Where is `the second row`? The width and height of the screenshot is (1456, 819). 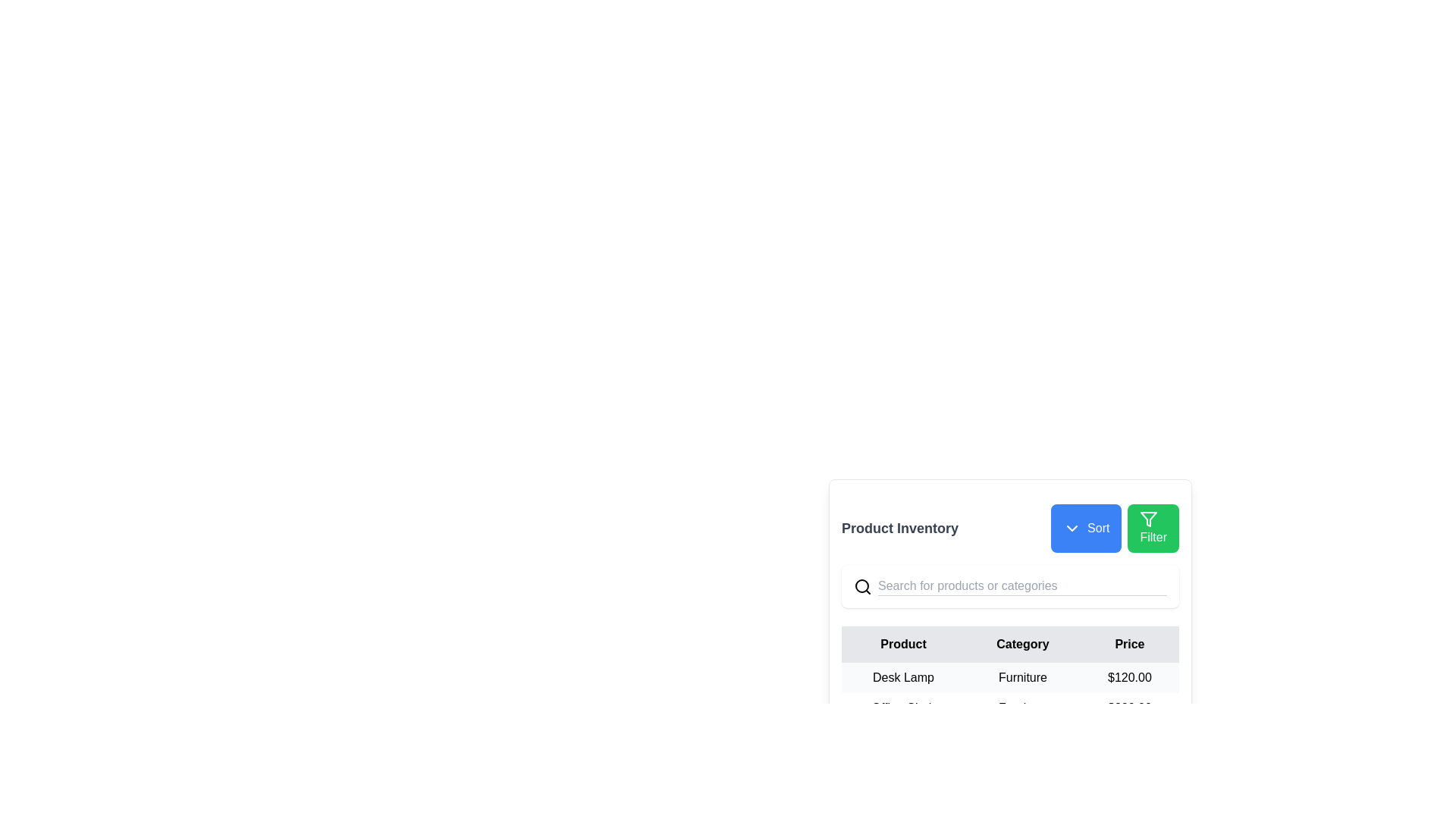
the second row is located at coordinates (1010, 708).